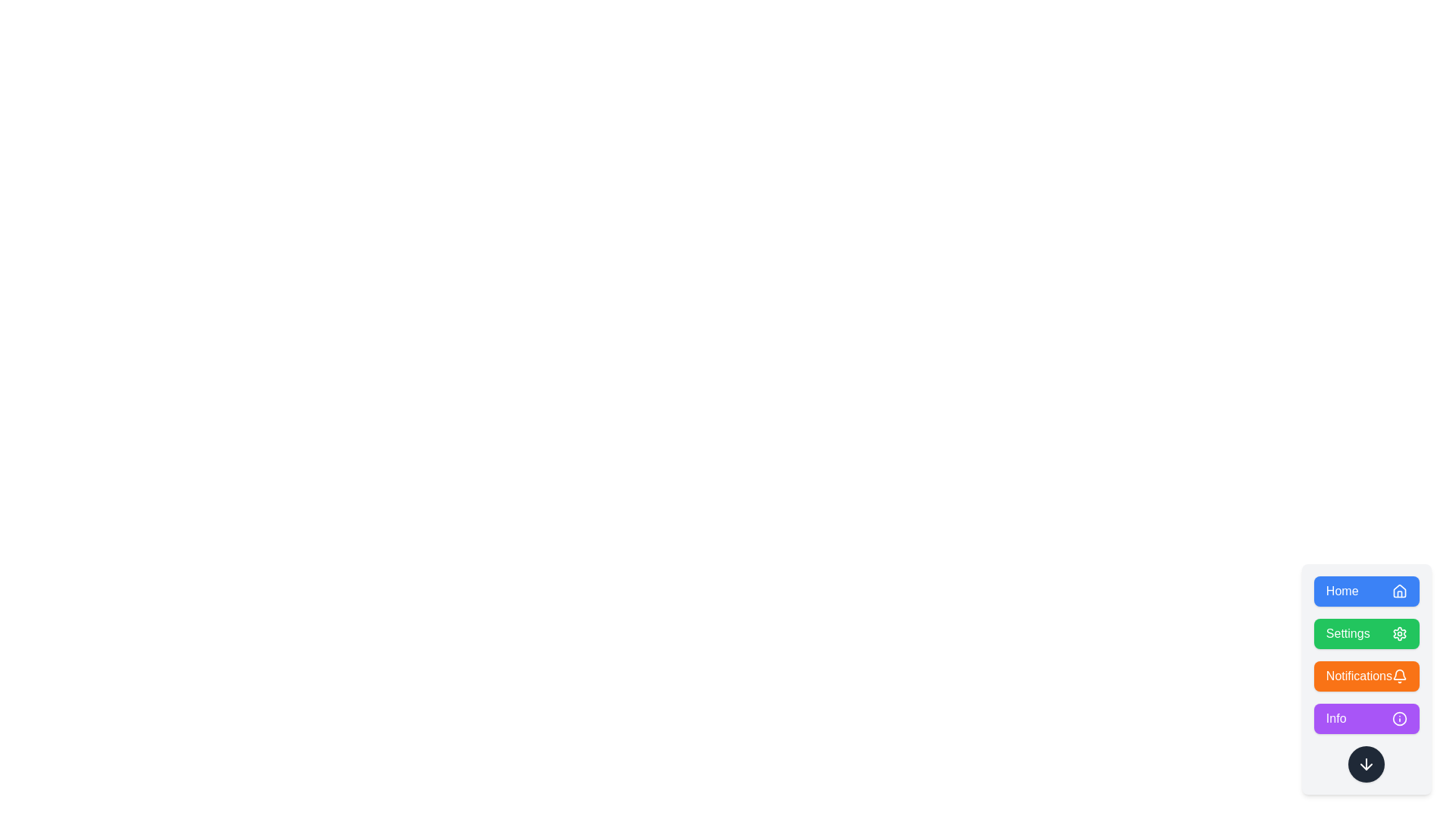 This screenshot has width=1456, height=819. Describe the element at coordinates (1366, 675) in the screenshot. I see `the button labeled Notifications to observe the scale animation effect` at that location.